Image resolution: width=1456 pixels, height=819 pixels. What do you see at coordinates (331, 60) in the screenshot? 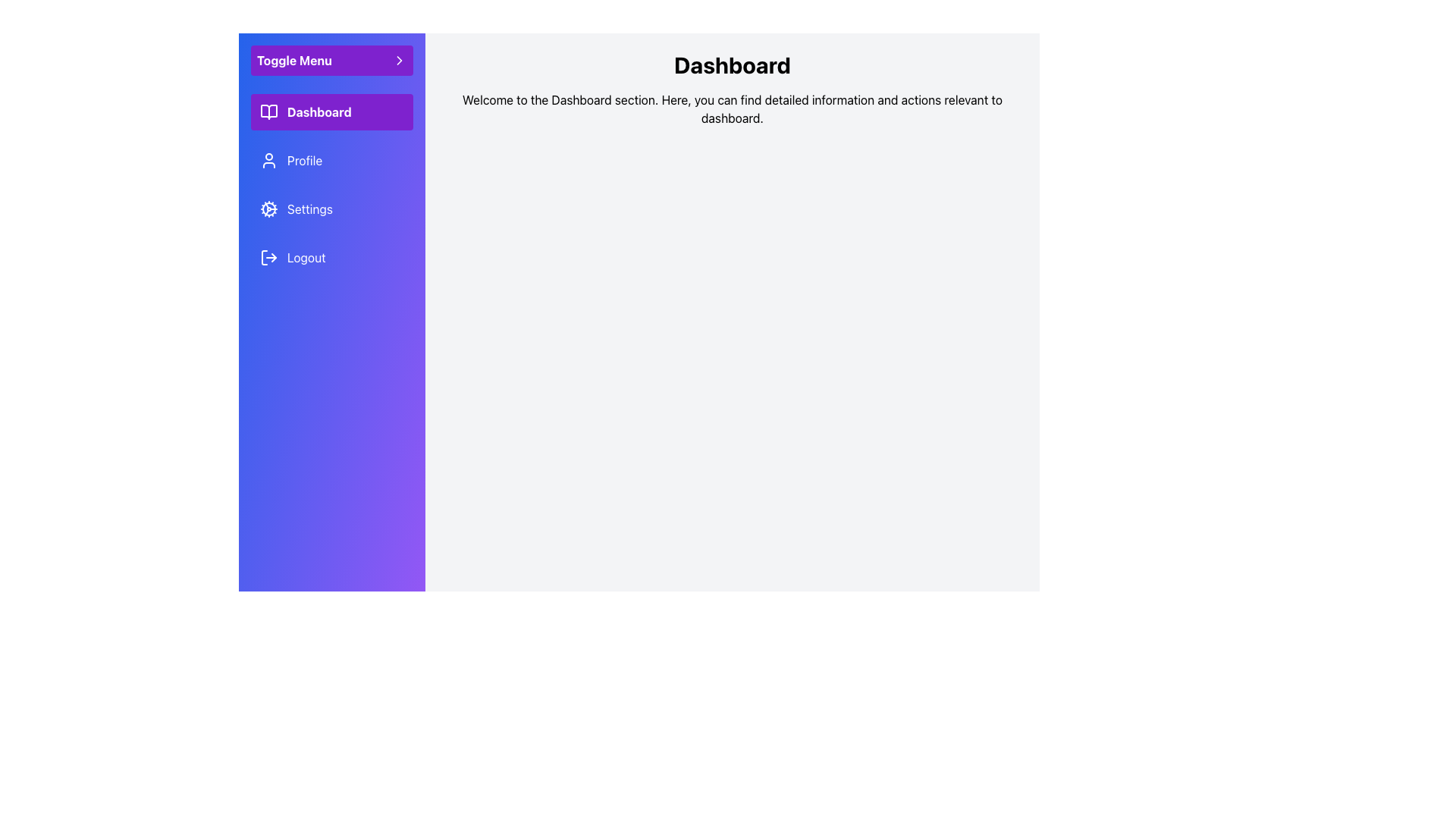
I see `the 'Toggle Menu' button with a purple background` at bounding box center [331, 60].